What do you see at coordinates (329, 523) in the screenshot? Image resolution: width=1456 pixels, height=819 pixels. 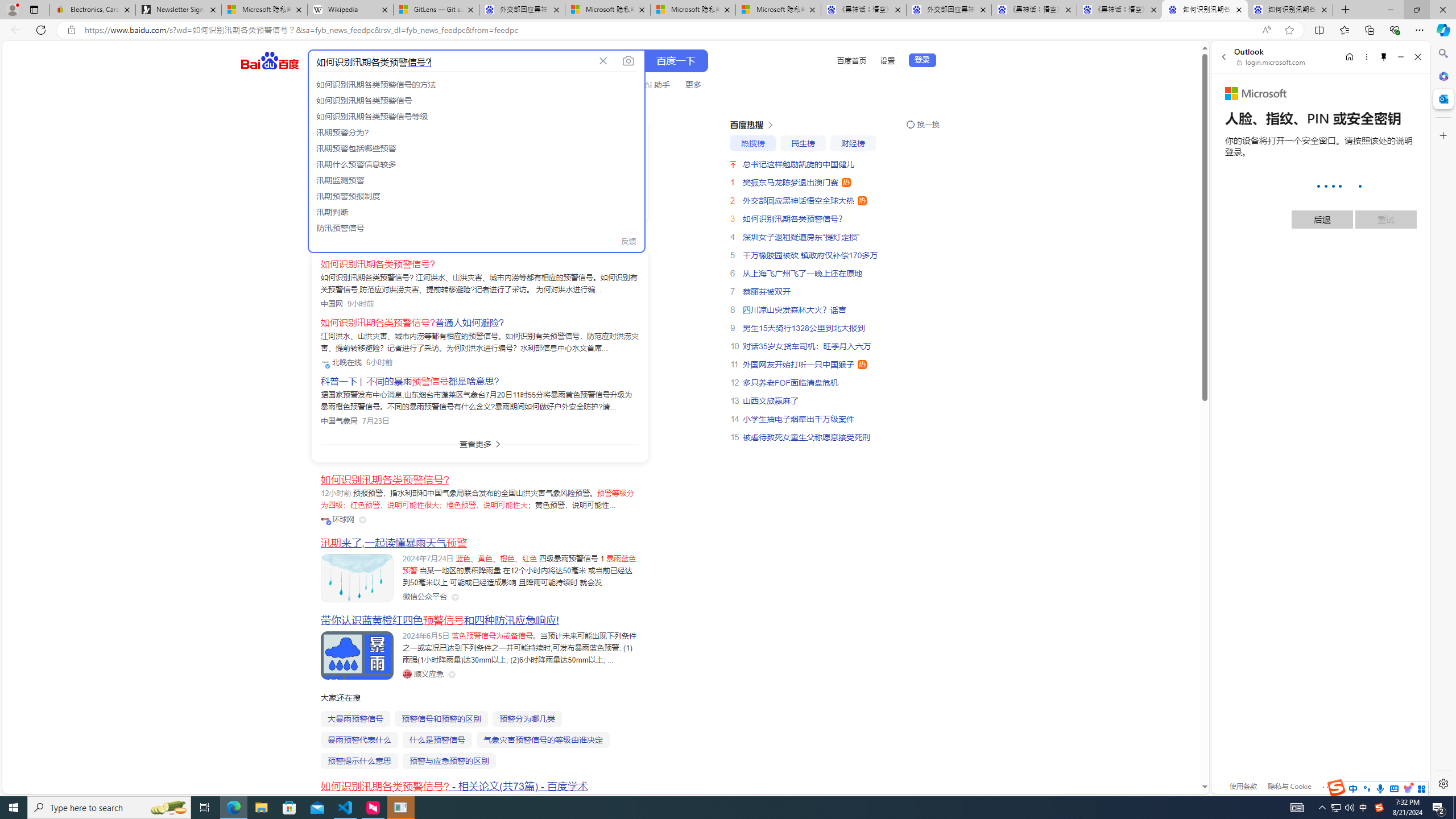 I see `'Class: vip-icon_kNmNt'` at bounding box center [329, 523].